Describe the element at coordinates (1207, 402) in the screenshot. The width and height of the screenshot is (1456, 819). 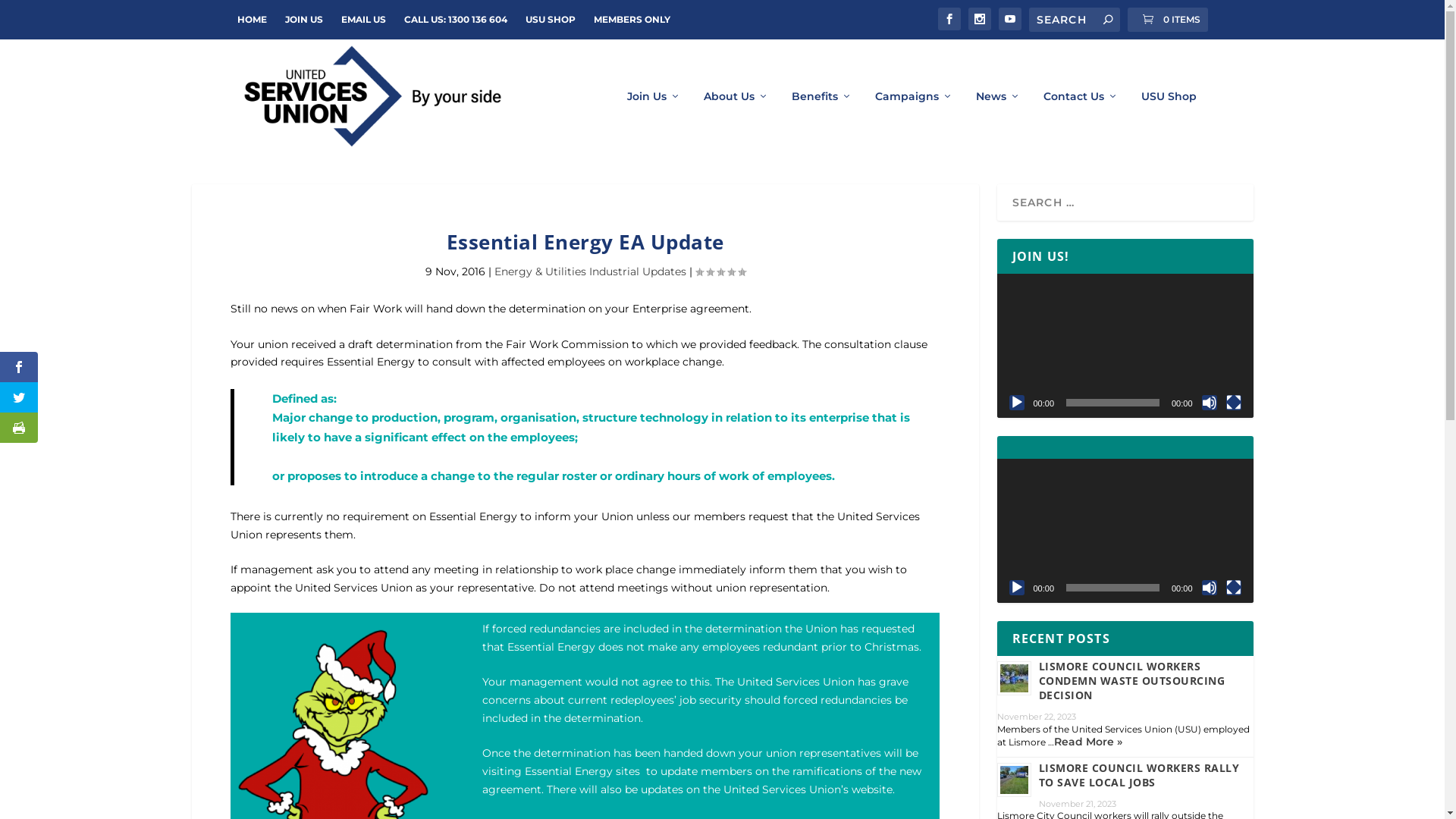
I see `'Mute'` at that location.